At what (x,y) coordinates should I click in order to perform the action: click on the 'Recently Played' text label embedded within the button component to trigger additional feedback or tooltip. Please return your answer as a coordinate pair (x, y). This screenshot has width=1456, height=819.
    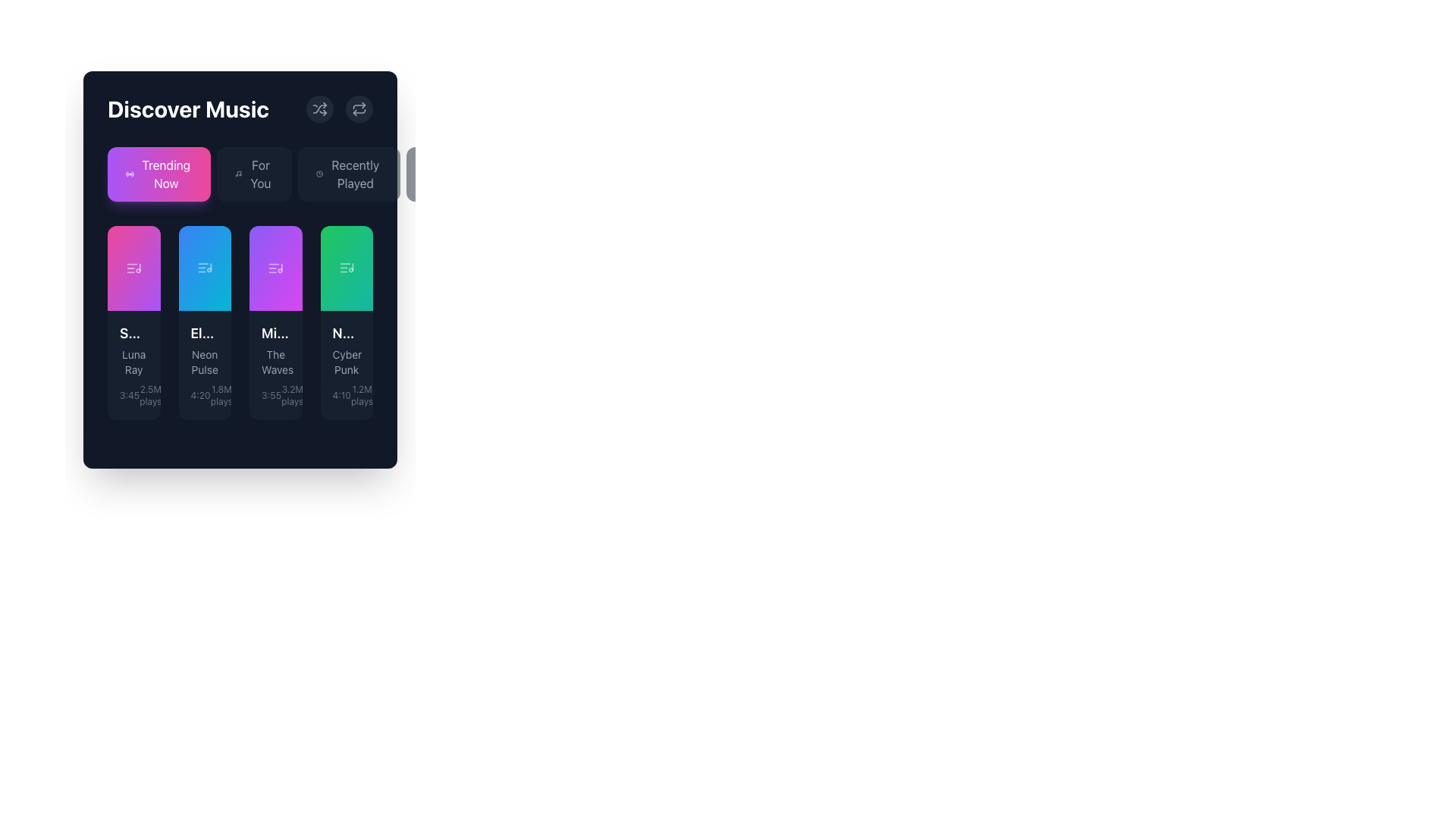
    Looking at the image, I should click on (354, 174).